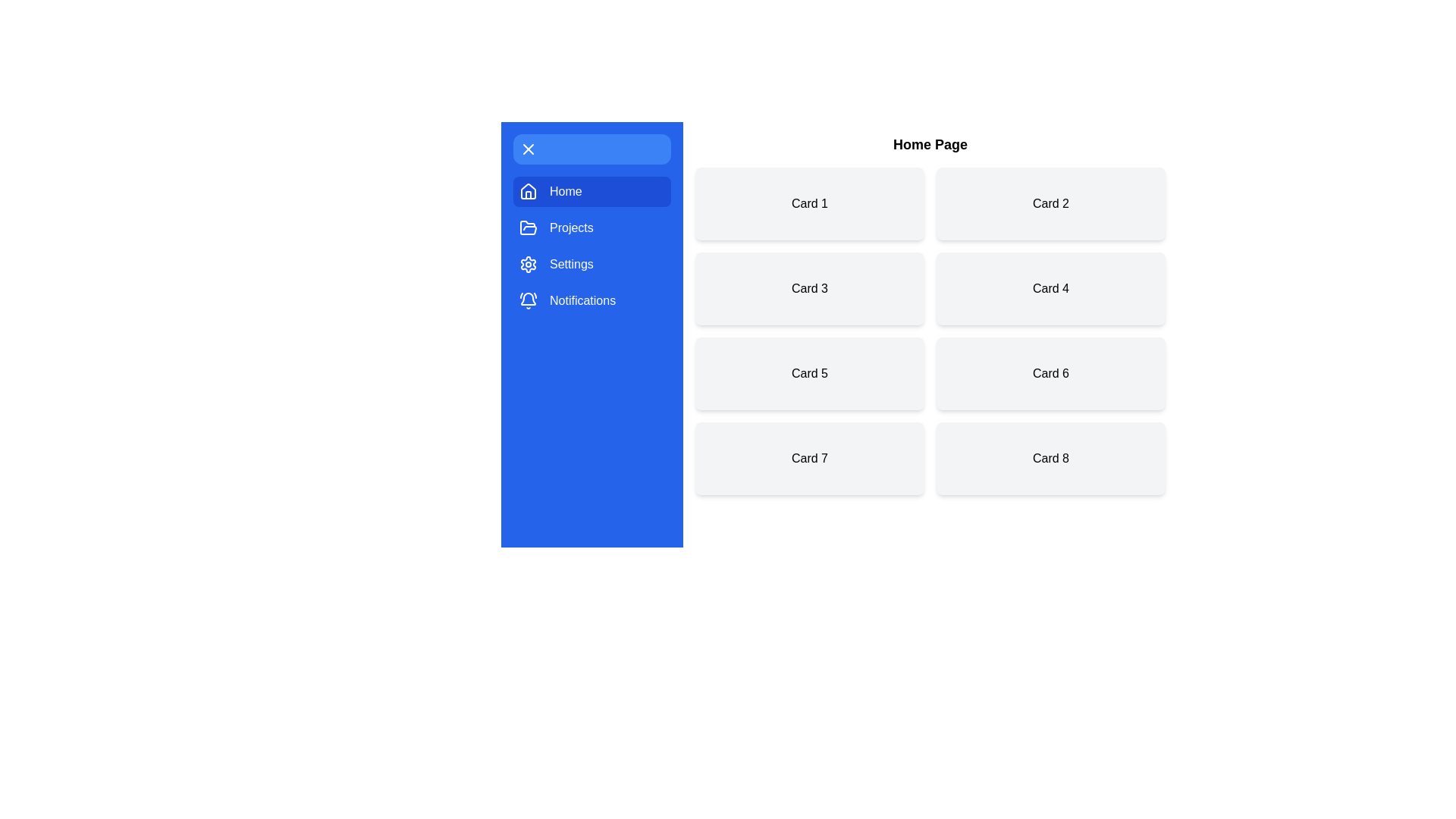 The image size is (1456, 819). Describe the element at coordinates (591, 227) in the screenshot. I see `the menu item Projects` at that location.